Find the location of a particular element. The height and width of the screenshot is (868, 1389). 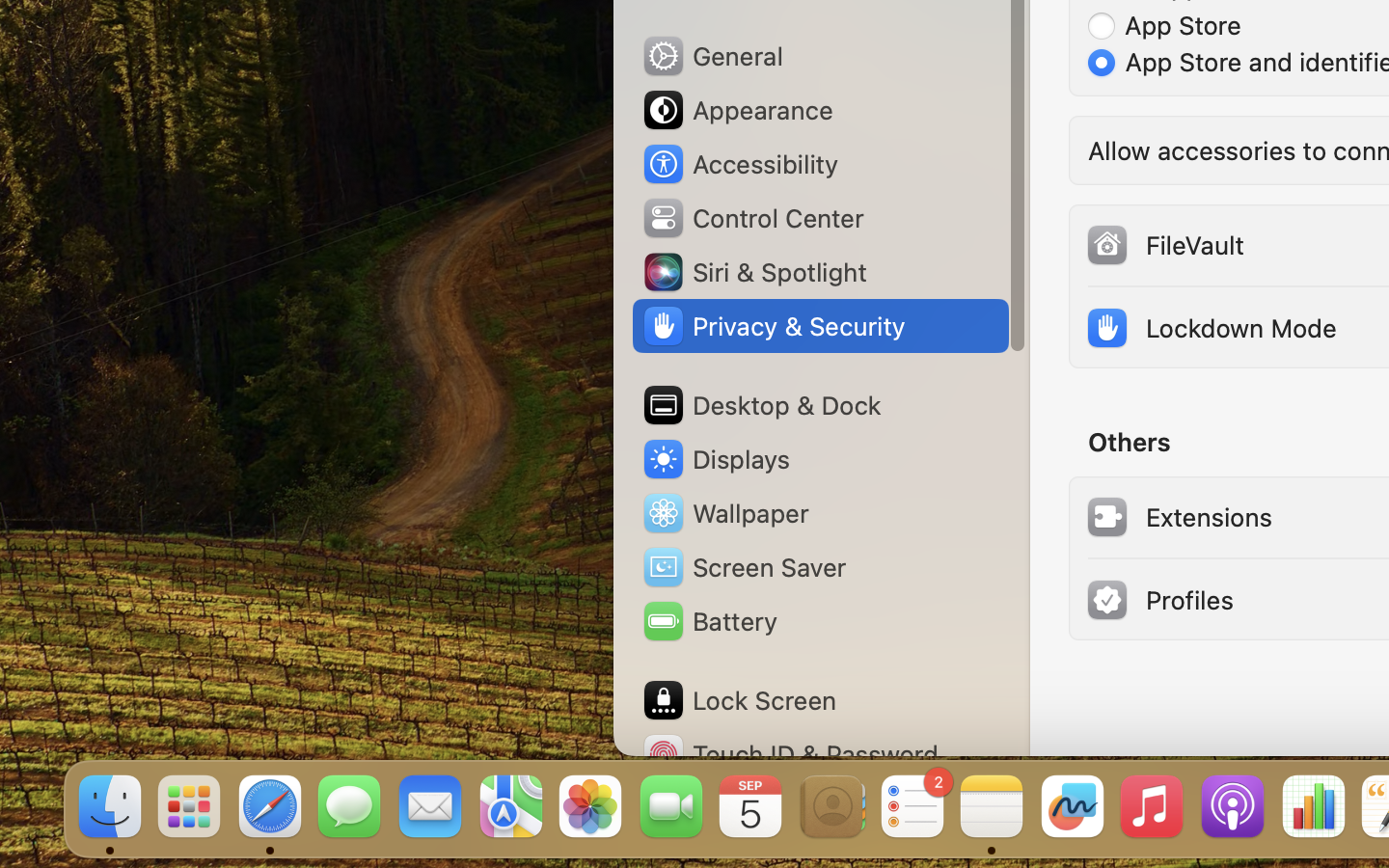

'Screen Saver' is located at coordinates (742, 566).